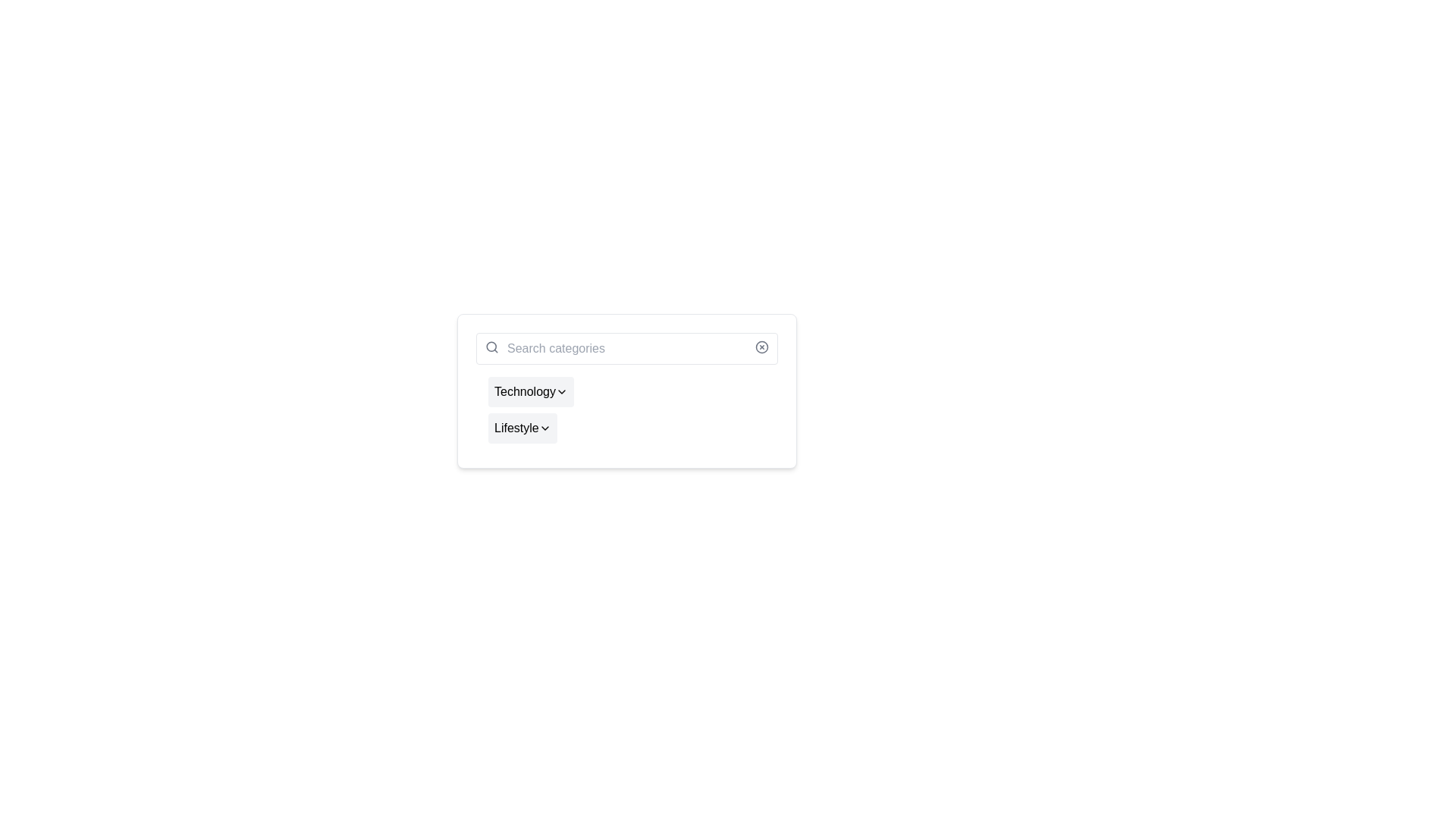  Describe the element at coordinates (544, 428) in the screenshot. I see `the downward-pointing chevron icon indicating a dropdown menu` at that location.